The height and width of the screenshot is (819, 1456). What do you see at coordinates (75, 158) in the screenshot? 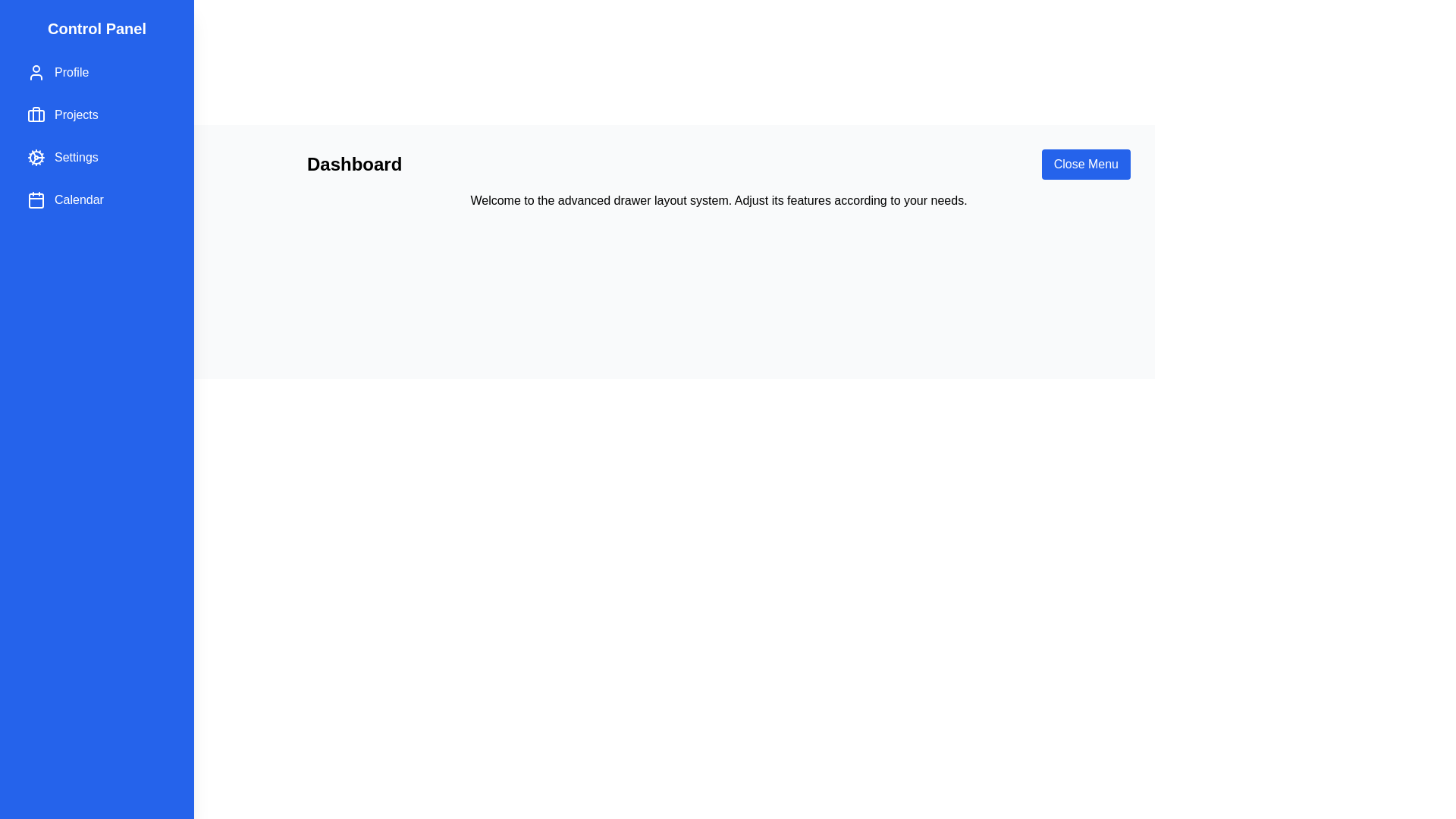
I see `the 'Settings' menu option located in the left vertical navigation bar, which is positioned beneath the 'Projects' menu item and above the 'Calendar' menu item` at bounding box center [75, 158].